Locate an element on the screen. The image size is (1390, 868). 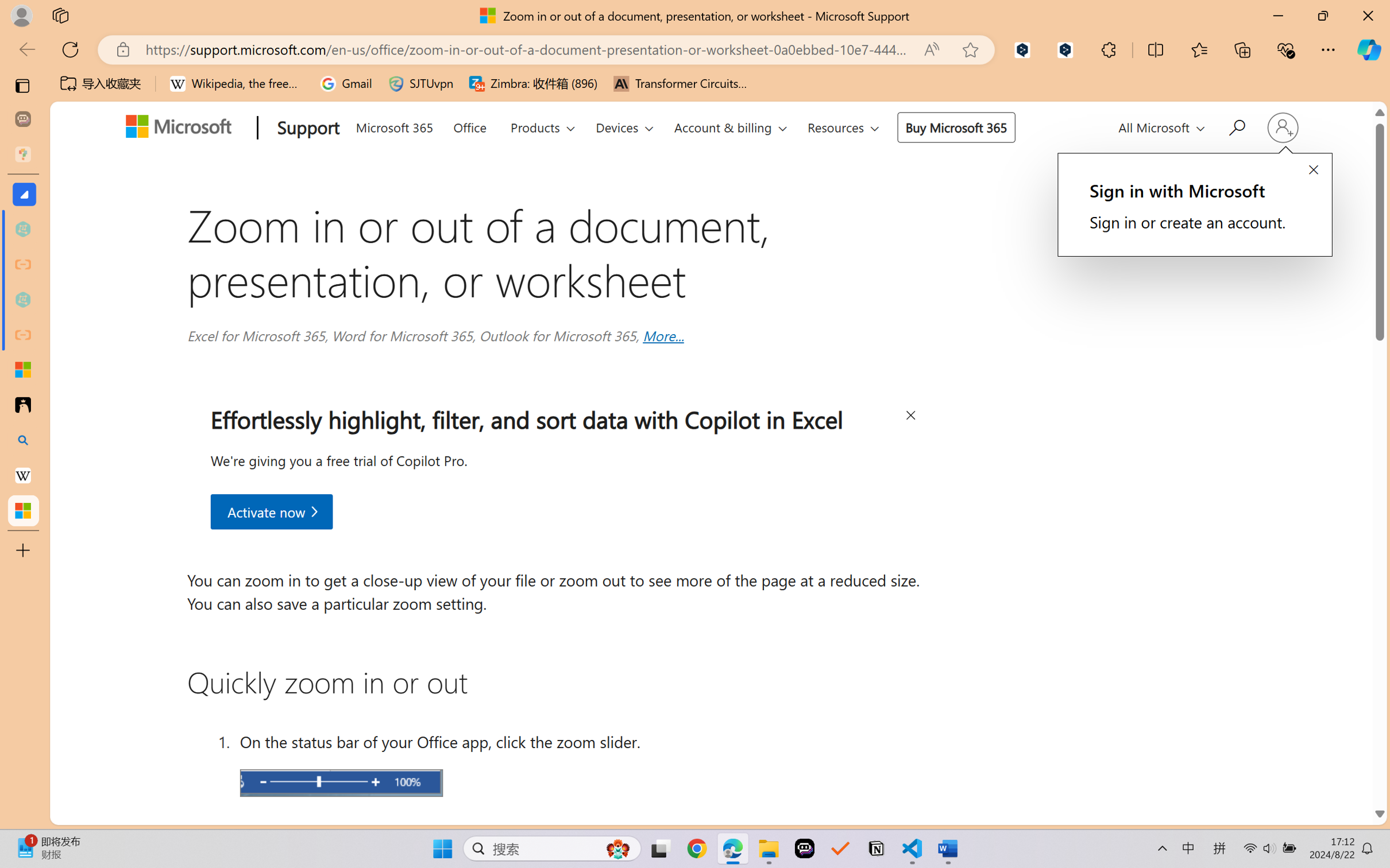
'Transformer Circuits Thread' is located at coordinates (680, 83).